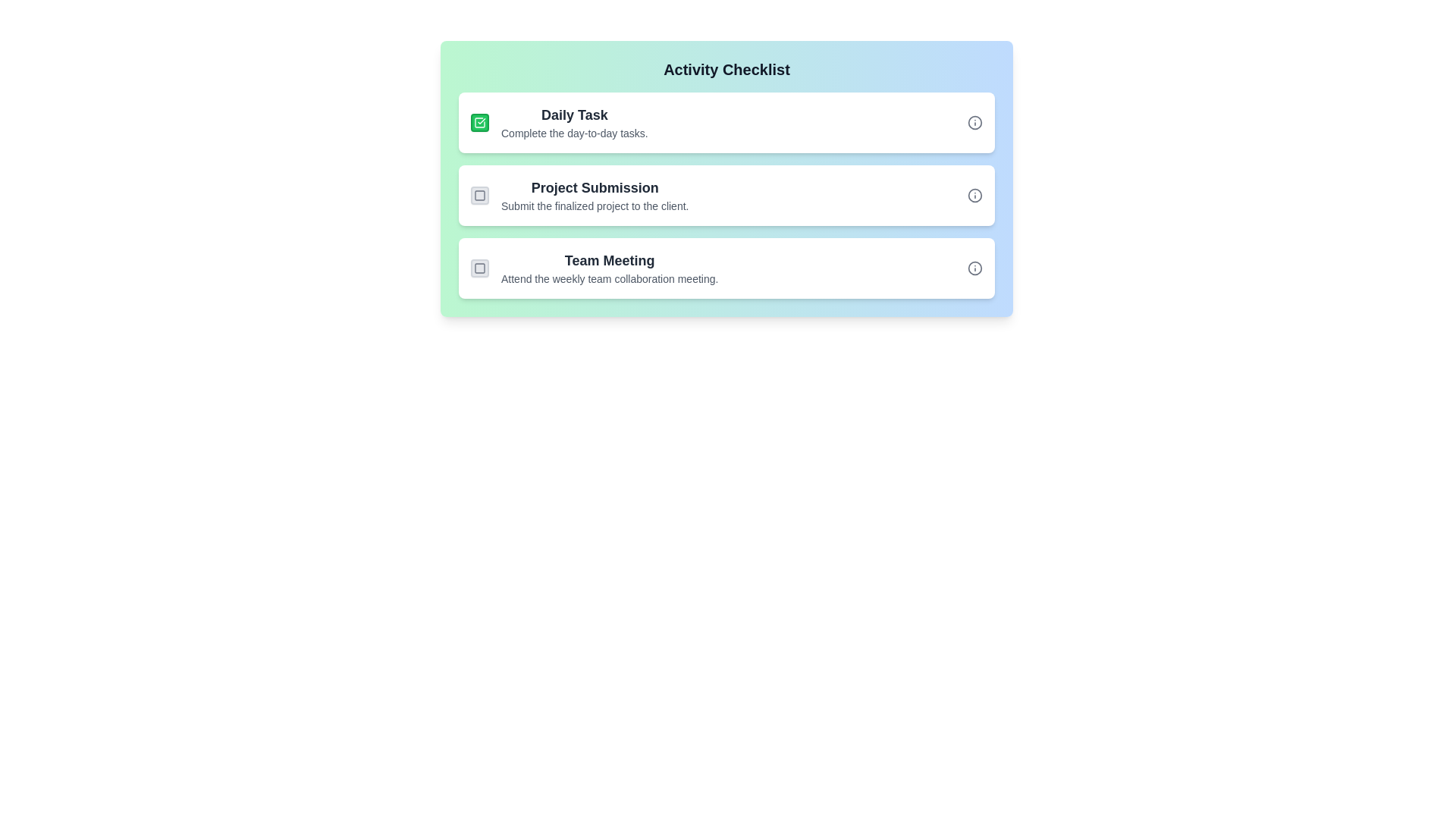 The height and width of the screenshot is (819, 1456). What do you see at coordinates (726, 177) in the screenshot?
I see `the gray square checkbox next to the 'Project Submission' task in the checklist to mark it as complete` at bounding box center [726, 177].